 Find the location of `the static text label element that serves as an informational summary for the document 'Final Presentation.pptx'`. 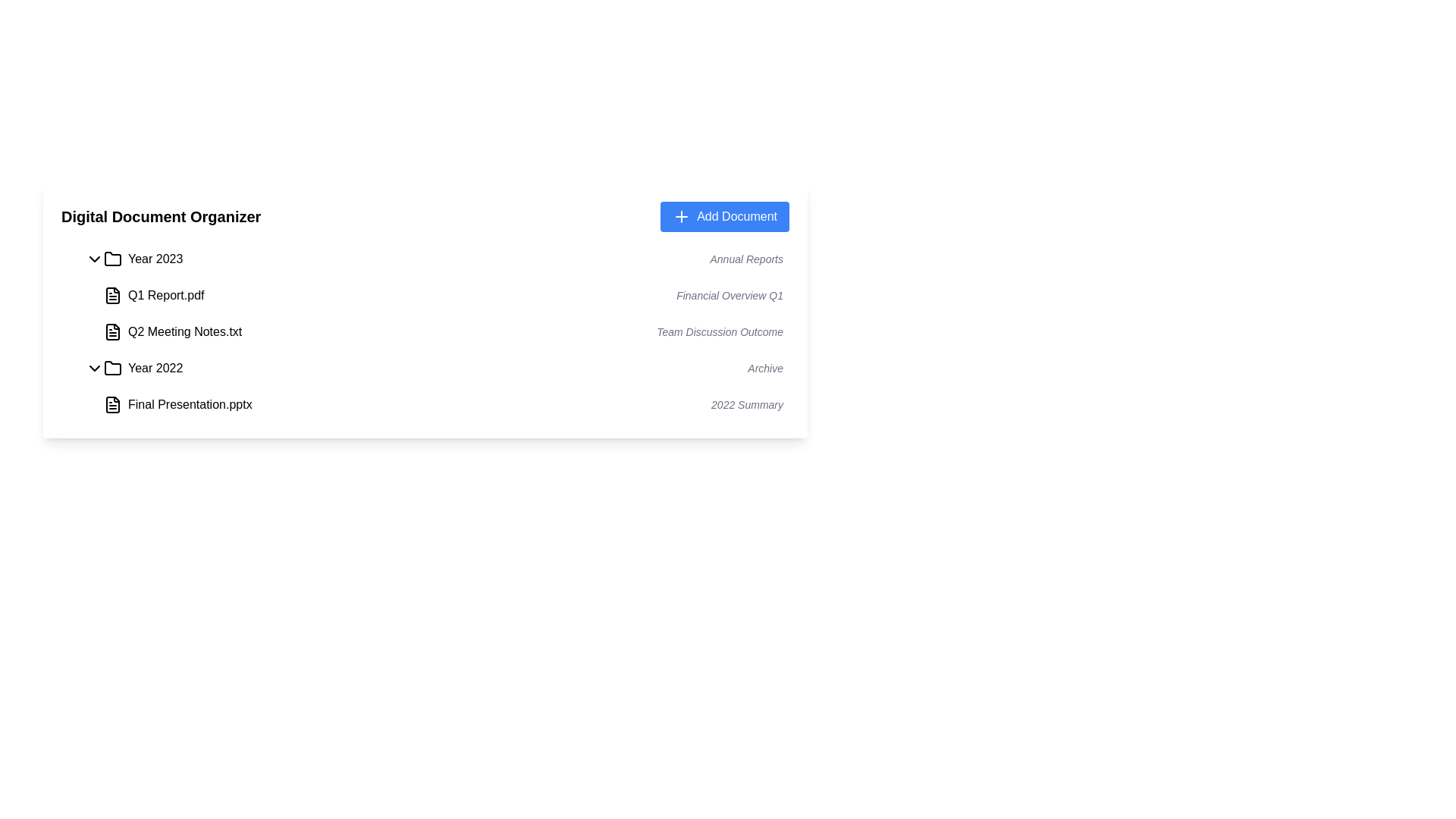

the static text label element that serves as an informational summary for the document 'Final Presentation.pptx' is located at coordinates (747, 403).